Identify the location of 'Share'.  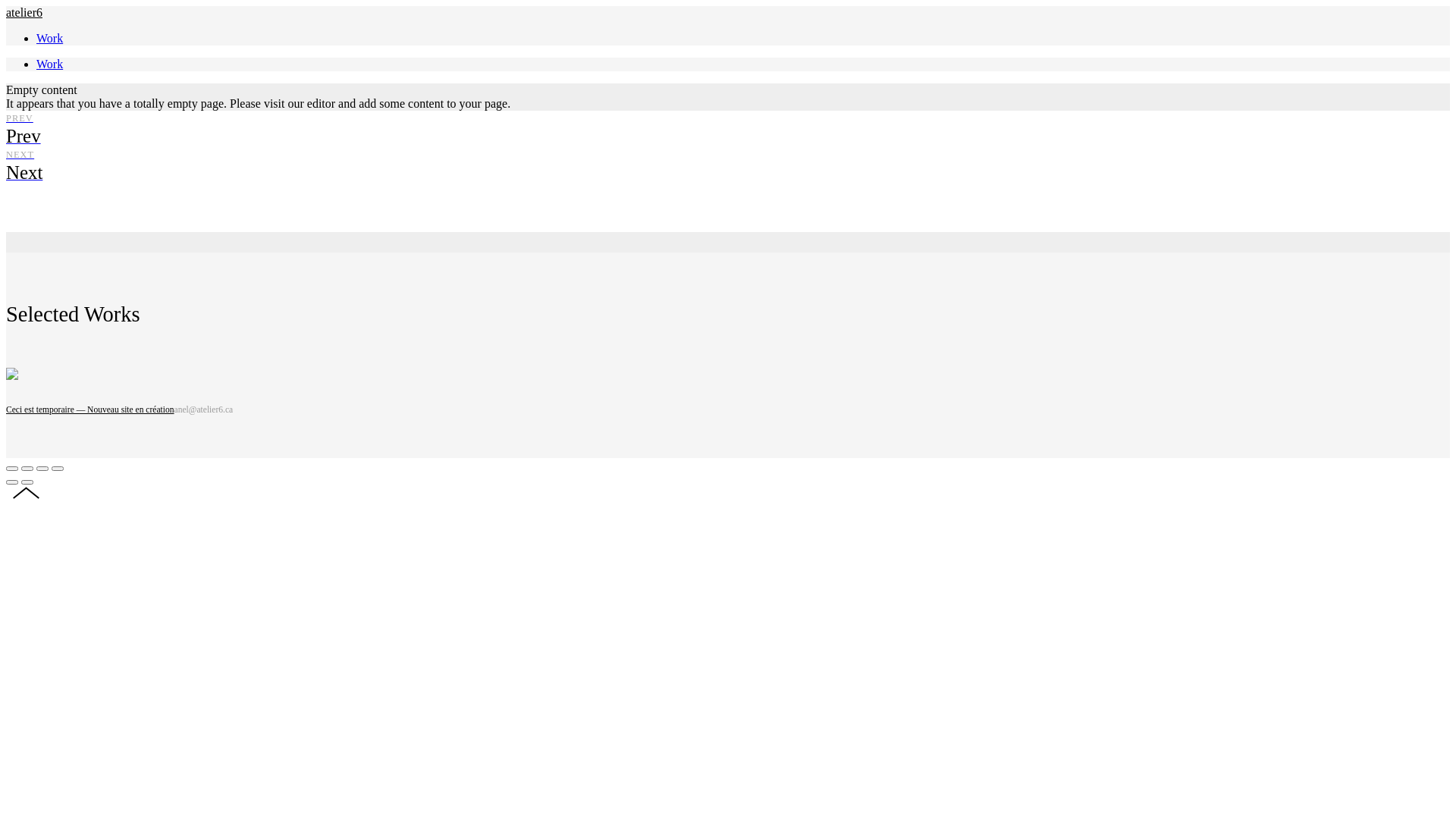
(27, 467).